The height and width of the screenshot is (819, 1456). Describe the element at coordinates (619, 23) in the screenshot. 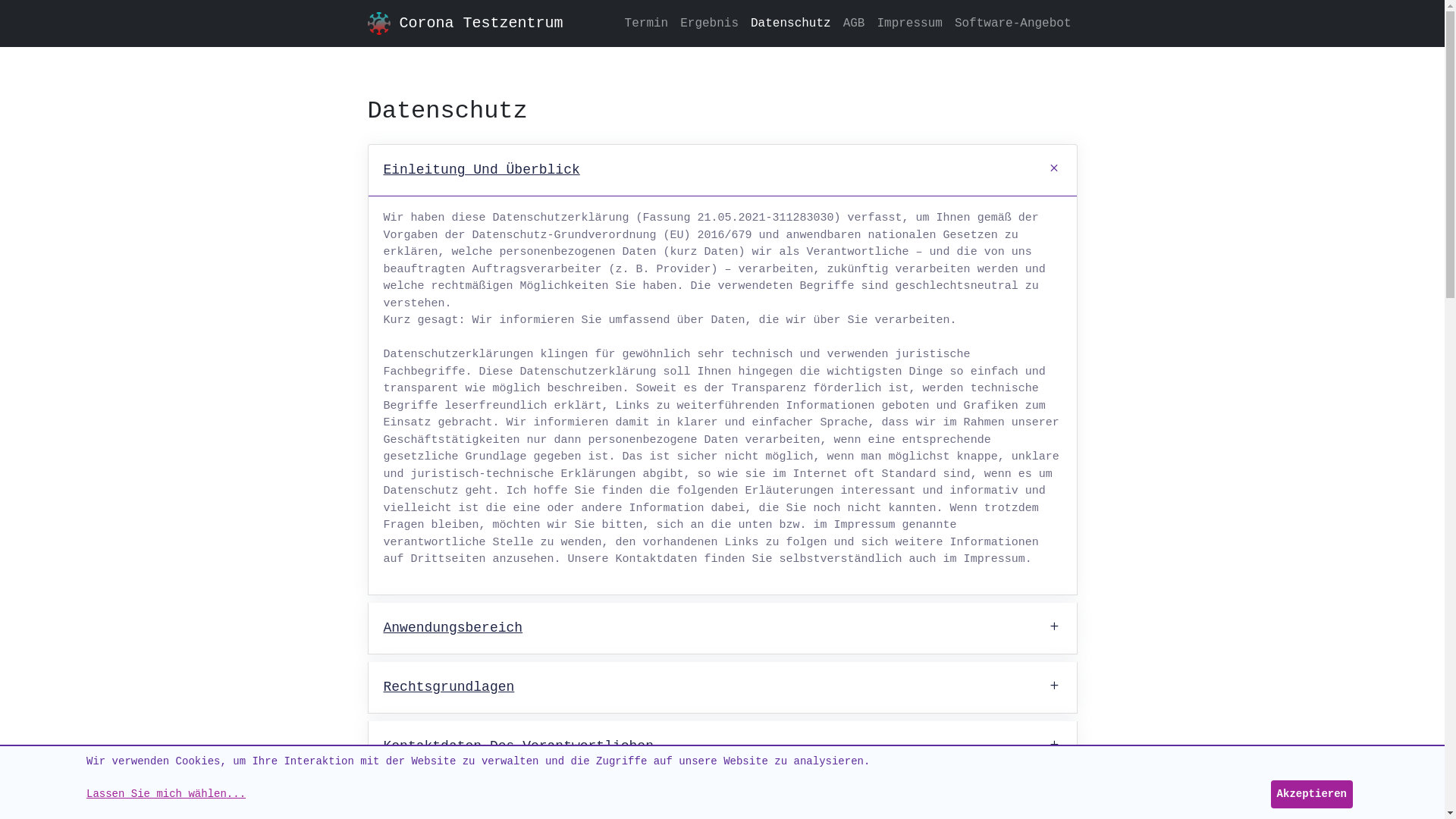

I see `'Termin'` at that location.